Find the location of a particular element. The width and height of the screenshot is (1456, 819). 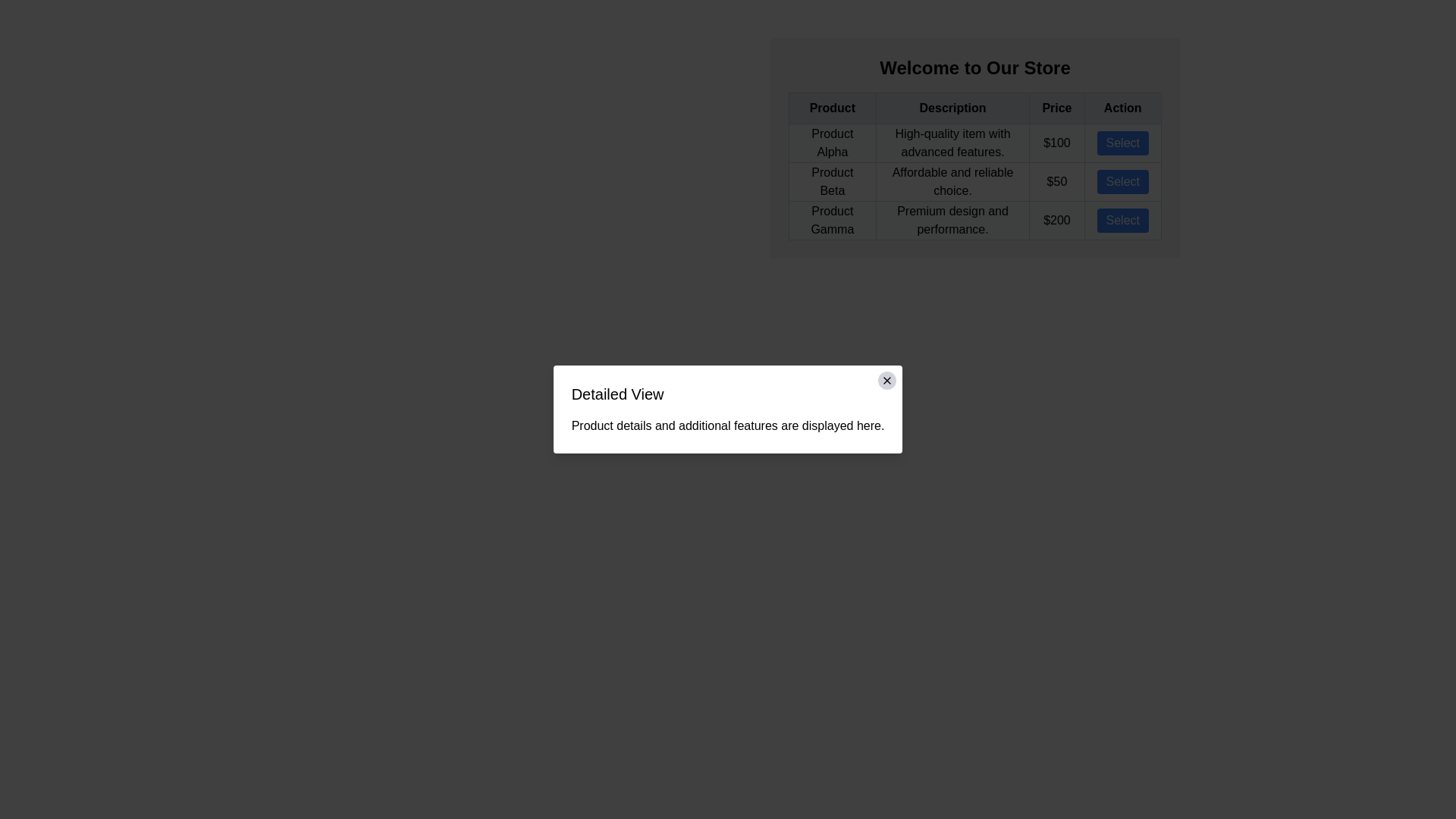

the 'Price' column header cell in the table, which is the third element in a row of four, situated under 'Welcome to Our Store' is located at coordinates (1056, 107).